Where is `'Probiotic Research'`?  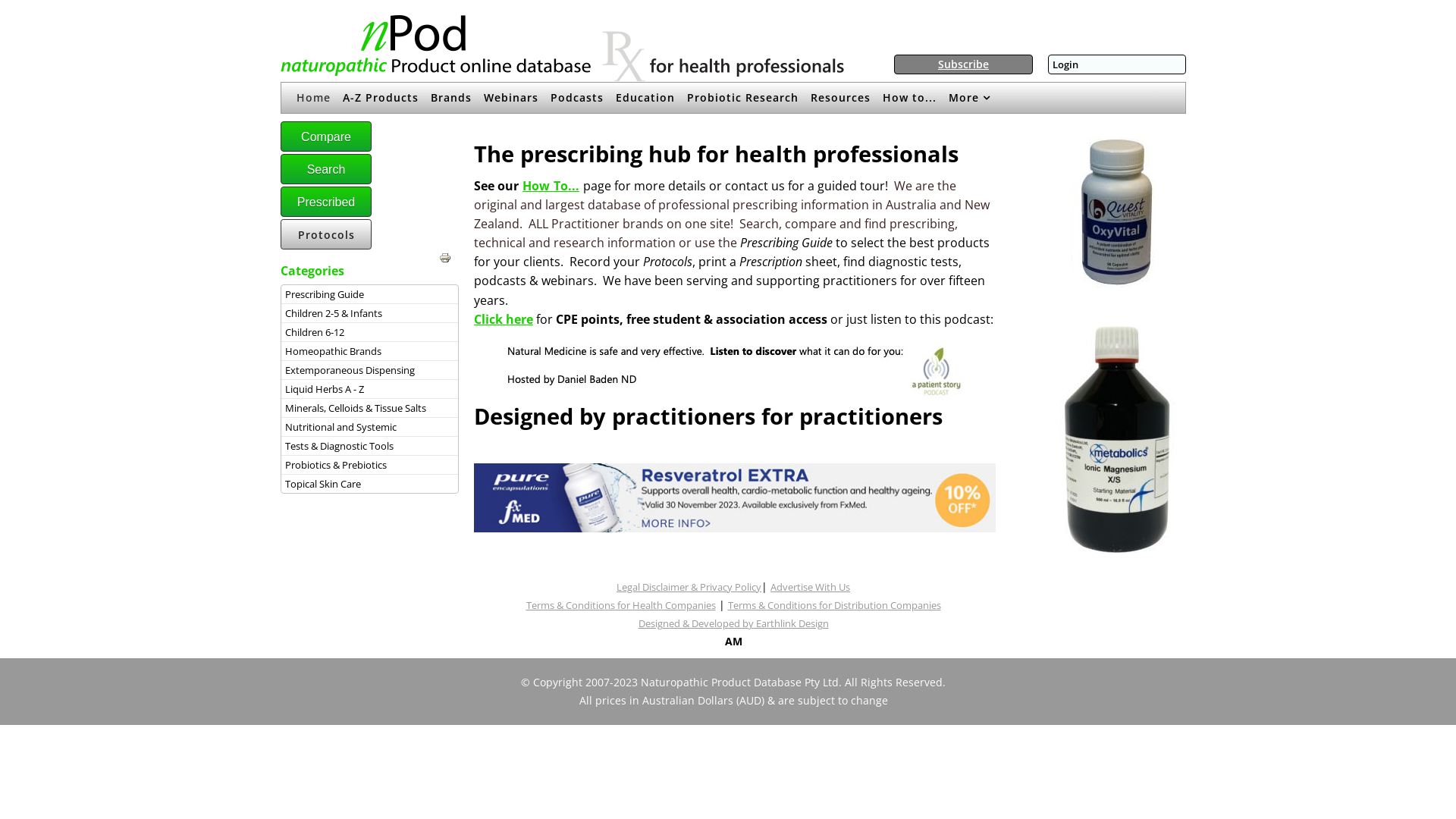
'Probiotic Research' is located at coordinates (742, 97).